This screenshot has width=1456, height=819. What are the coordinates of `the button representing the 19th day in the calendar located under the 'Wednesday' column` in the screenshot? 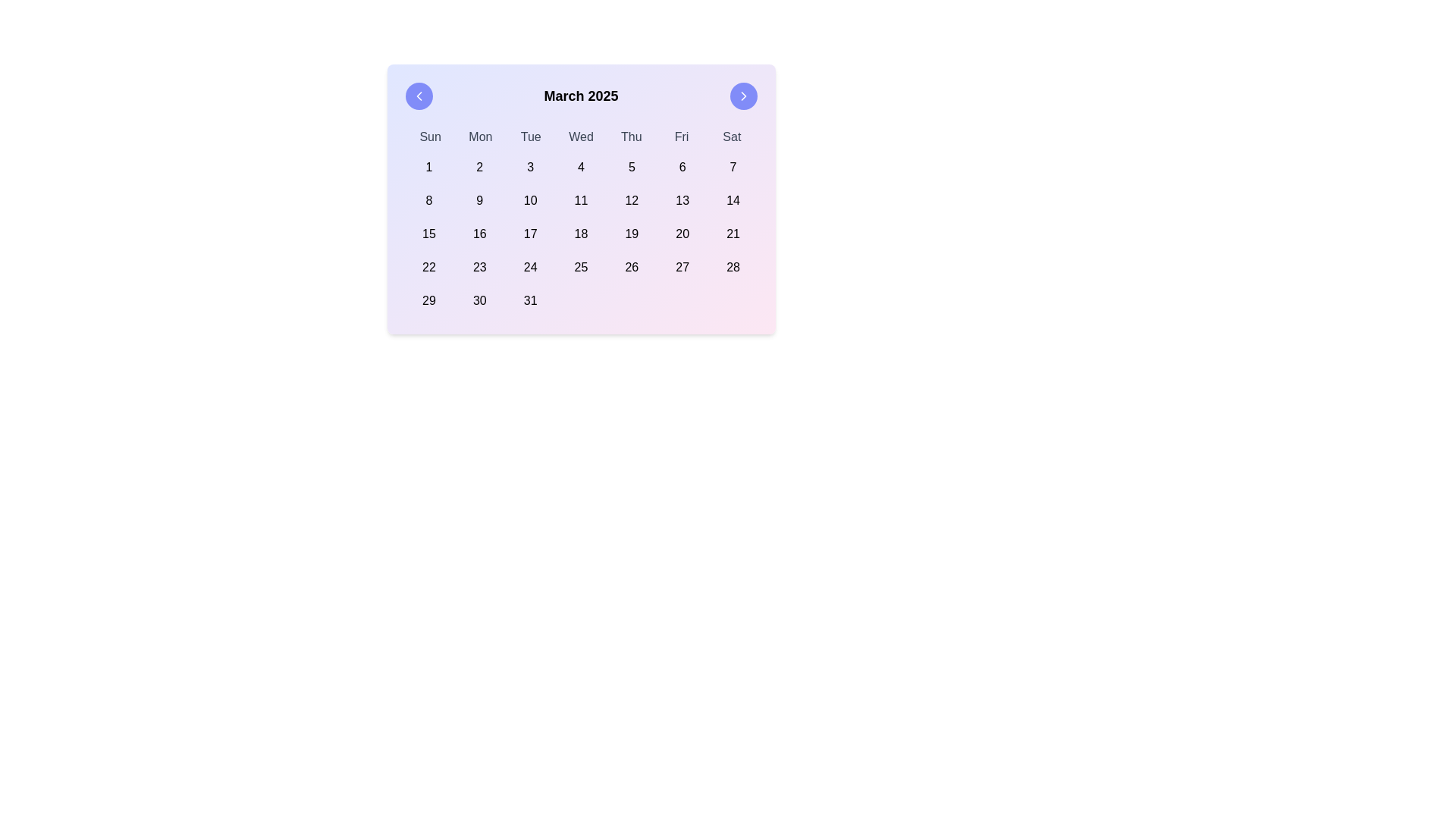 It's located at (632, 234).